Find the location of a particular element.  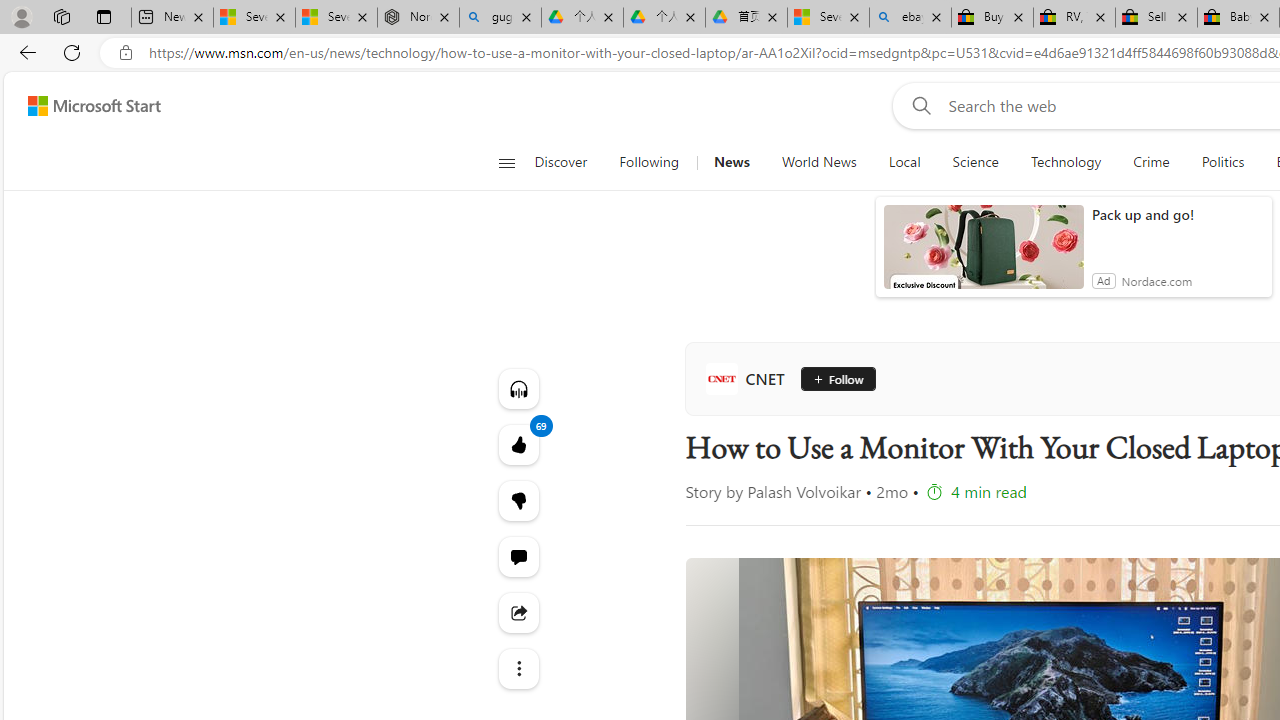

'Crime' is located at coordinates (1152, 162).